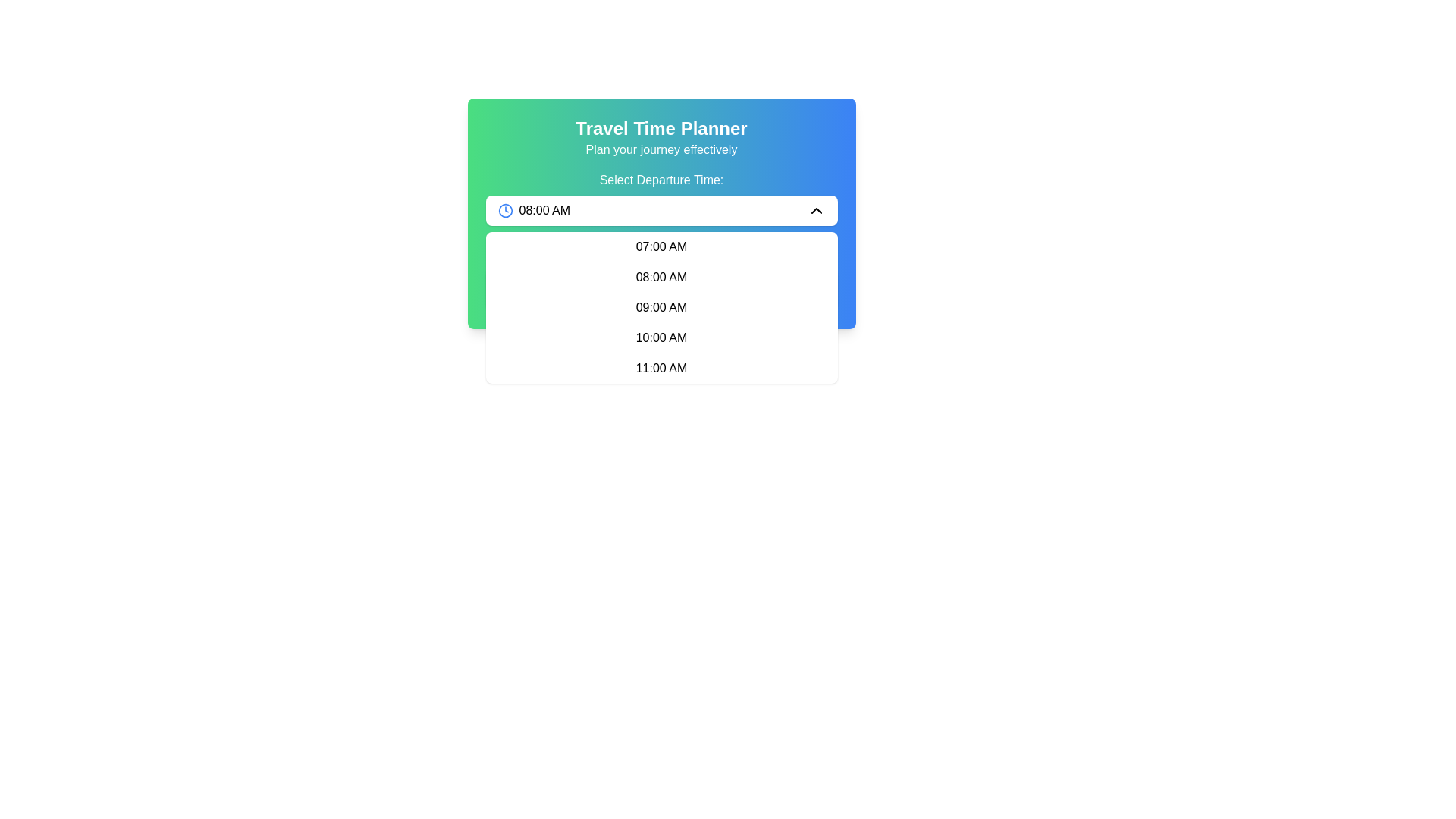  I want to click on the second item in the dropdown menu labeled '08:00 AM', which is a selectable time option located under the 'Select Departure Time' field, so click(661, 278).